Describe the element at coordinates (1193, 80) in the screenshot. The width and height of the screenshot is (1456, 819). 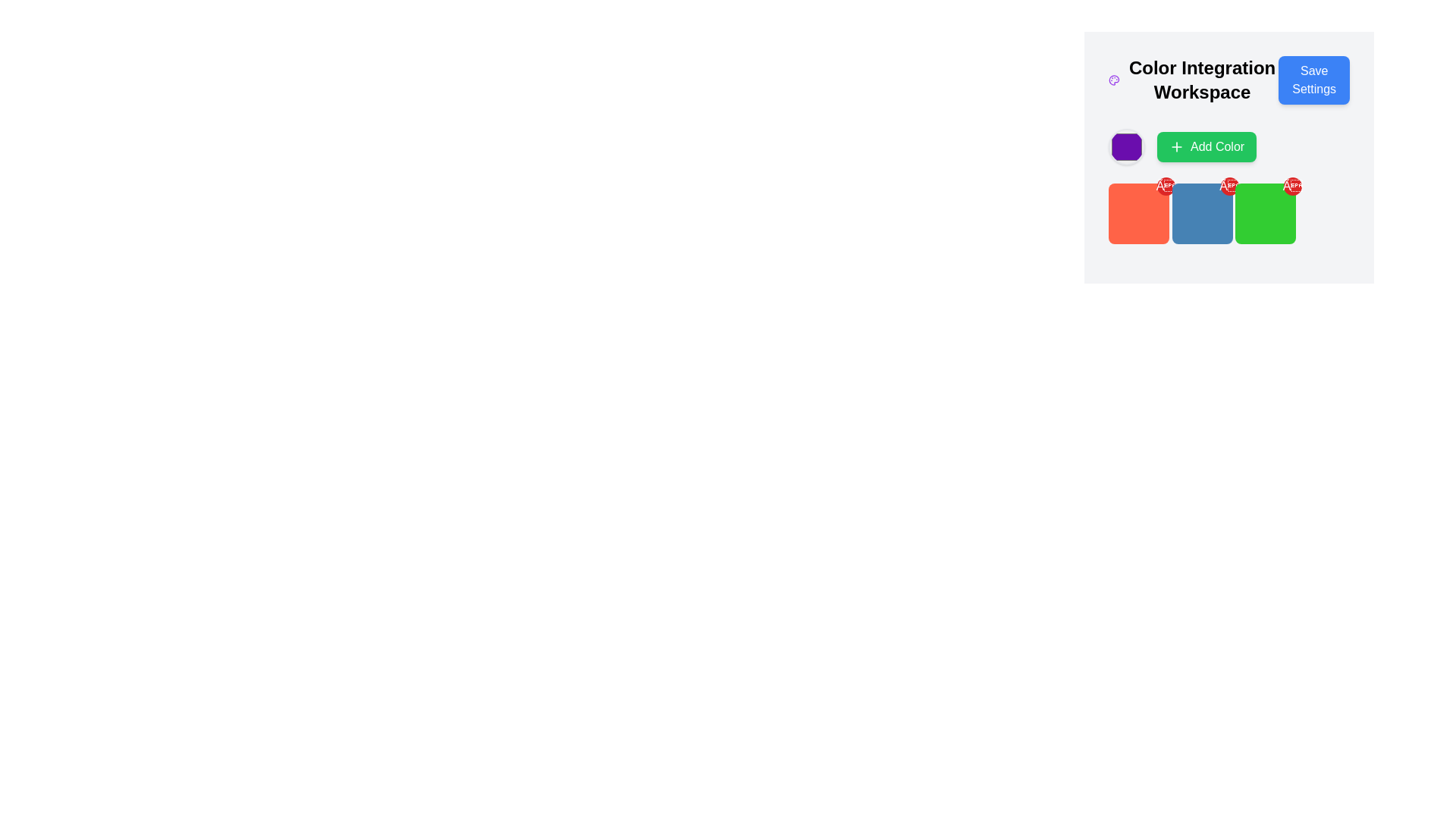
I see `bold text displayed in the heading element that says 'Color Integration Workspace' located at the top left quadrant of the module layout` at that location.